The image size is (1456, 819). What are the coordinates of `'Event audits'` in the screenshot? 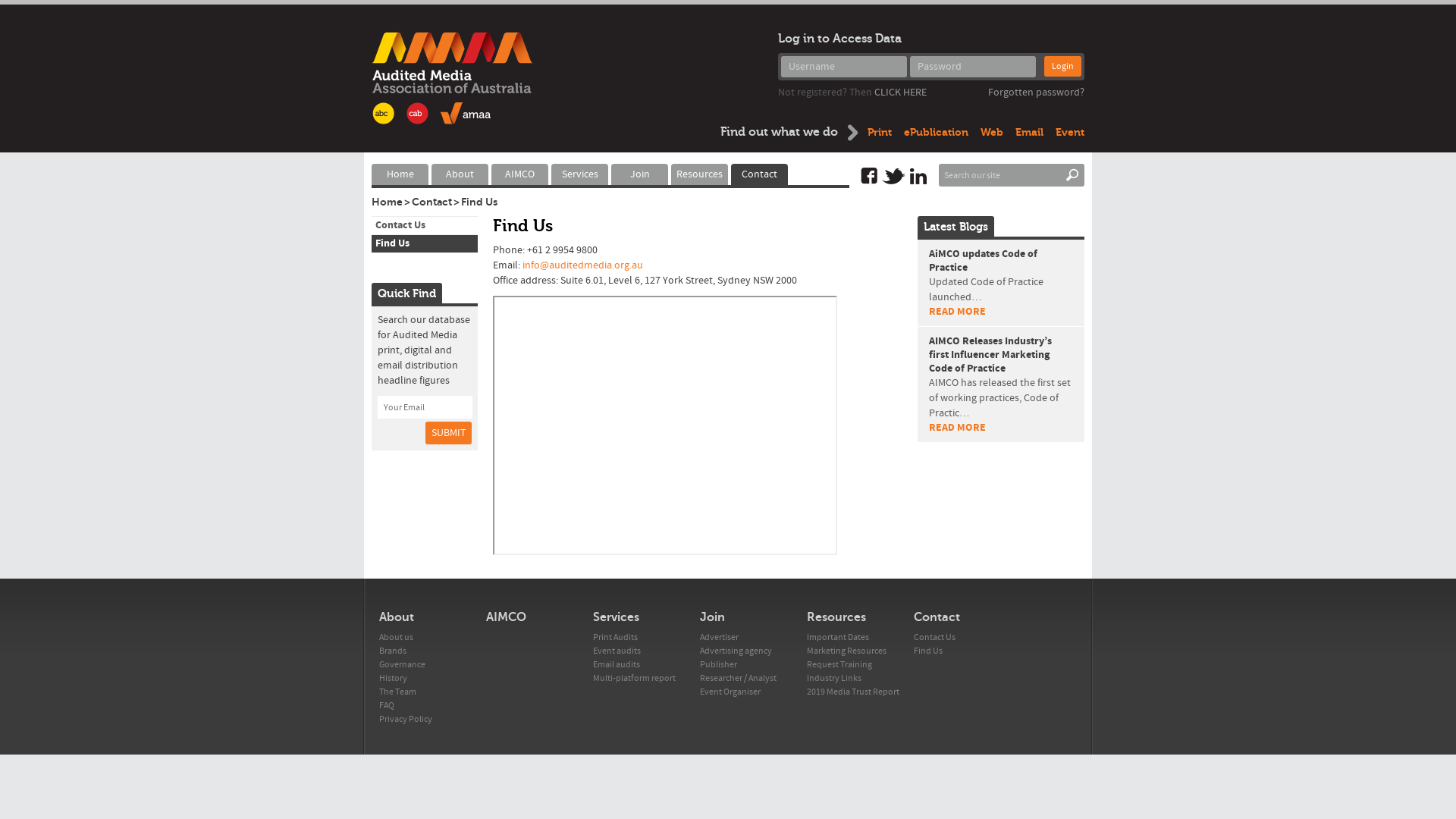 It's located at (617, 650).